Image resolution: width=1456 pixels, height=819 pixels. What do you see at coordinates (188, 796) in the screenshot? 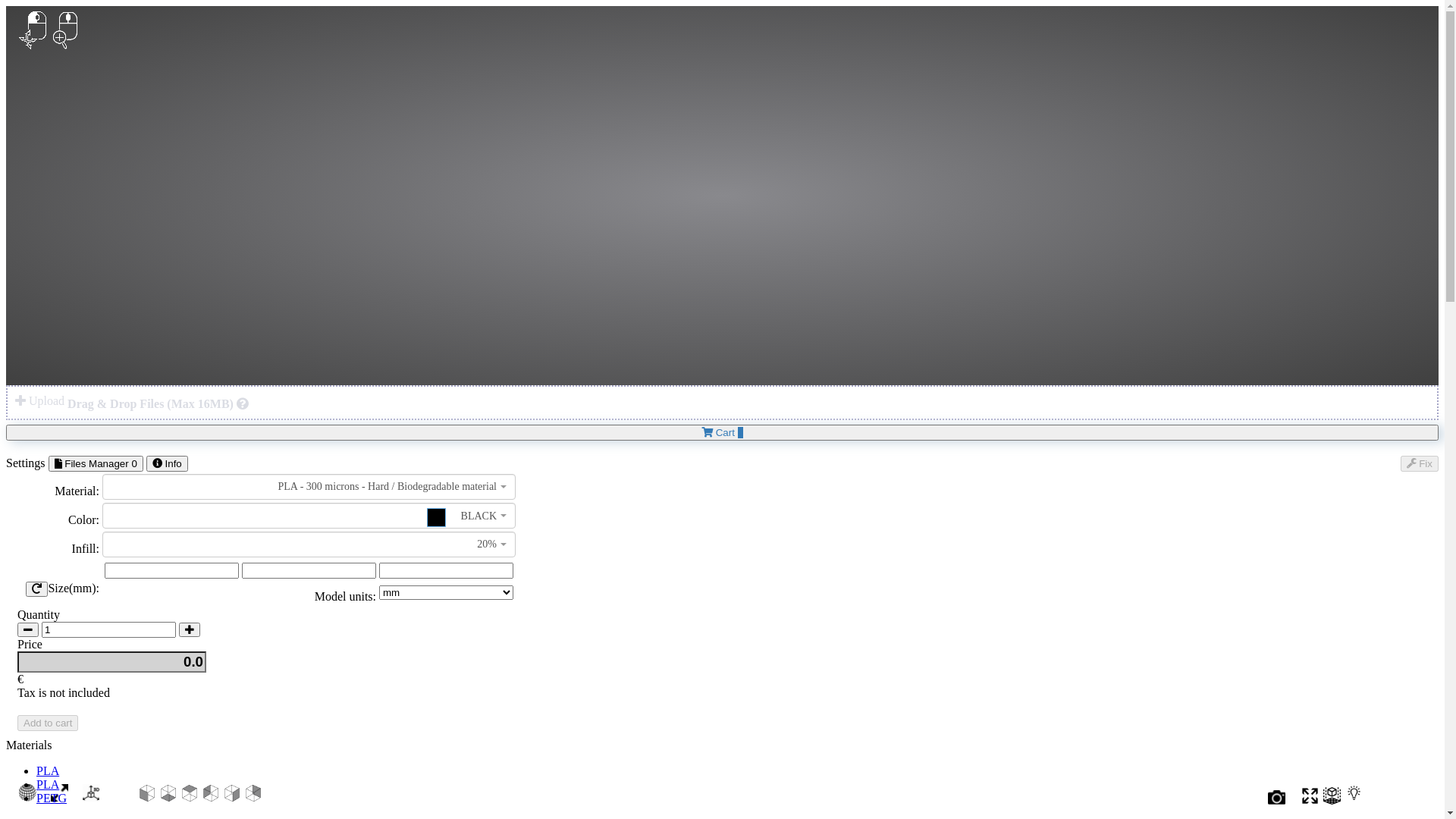
I see `'Top View'` at bounding box center [188, 796].